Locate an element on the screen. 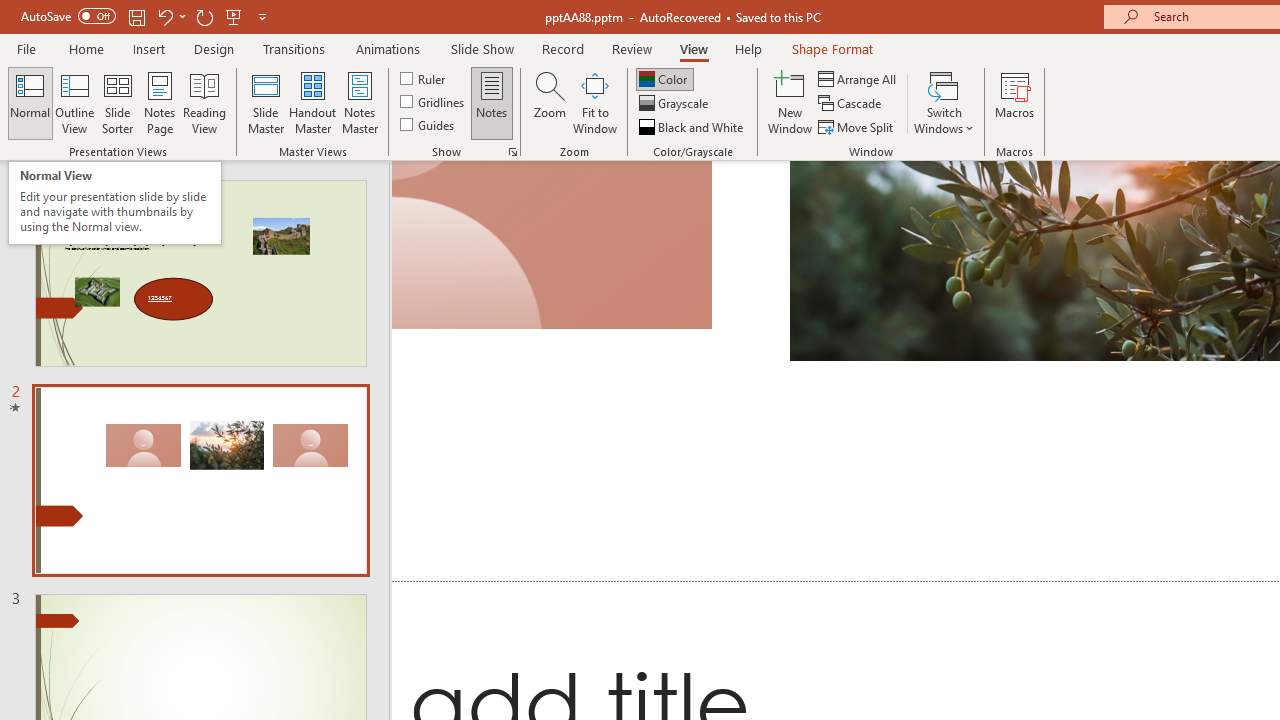 The width and height of the screenshot is (1280, 720). 'Cascade' is located at coordinates (851, 103).